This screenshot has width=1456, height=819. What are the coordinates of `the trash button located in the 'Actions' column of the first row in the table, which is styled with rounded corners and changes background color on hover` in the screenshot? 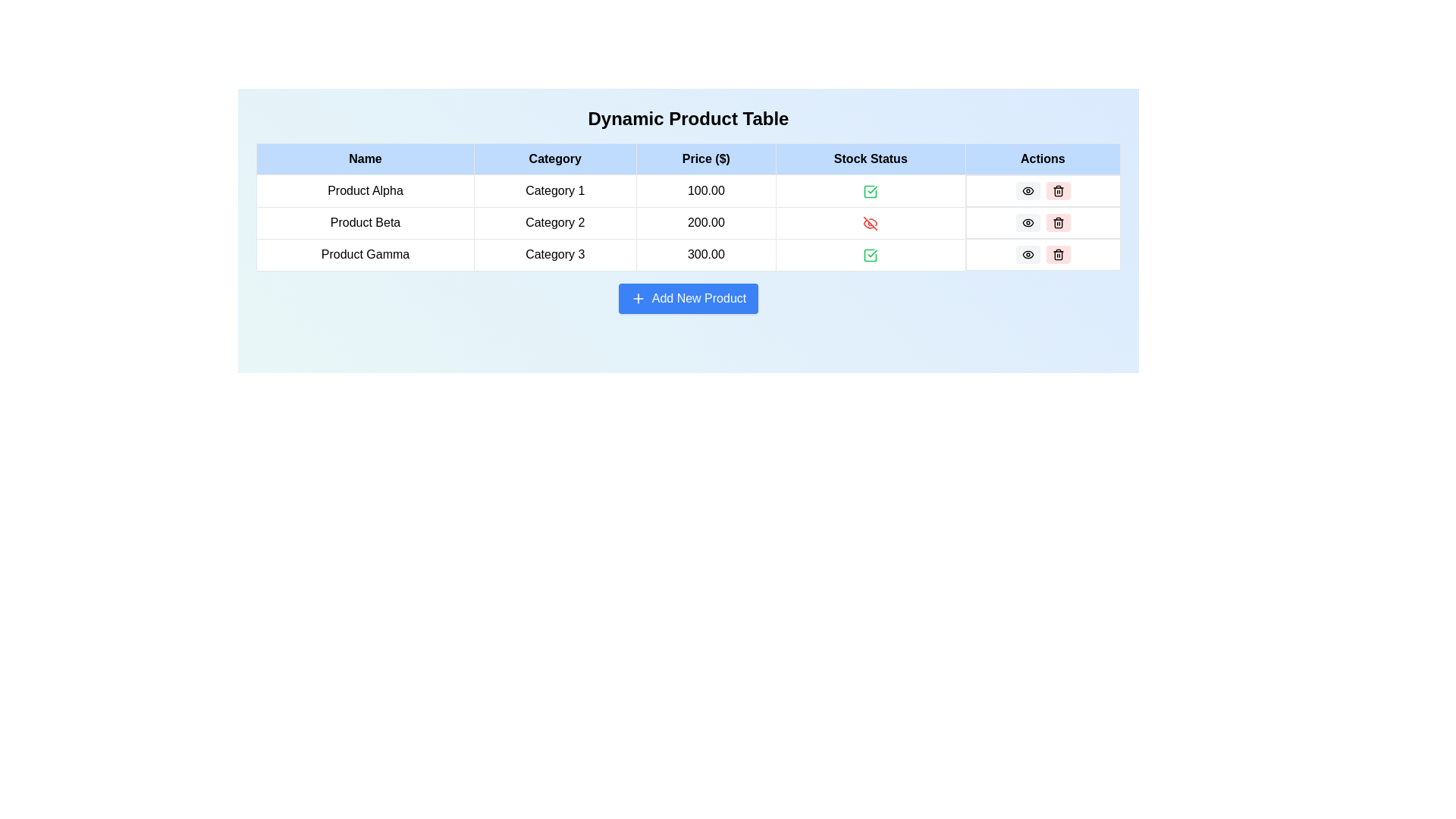 It's located at (1042, 190).